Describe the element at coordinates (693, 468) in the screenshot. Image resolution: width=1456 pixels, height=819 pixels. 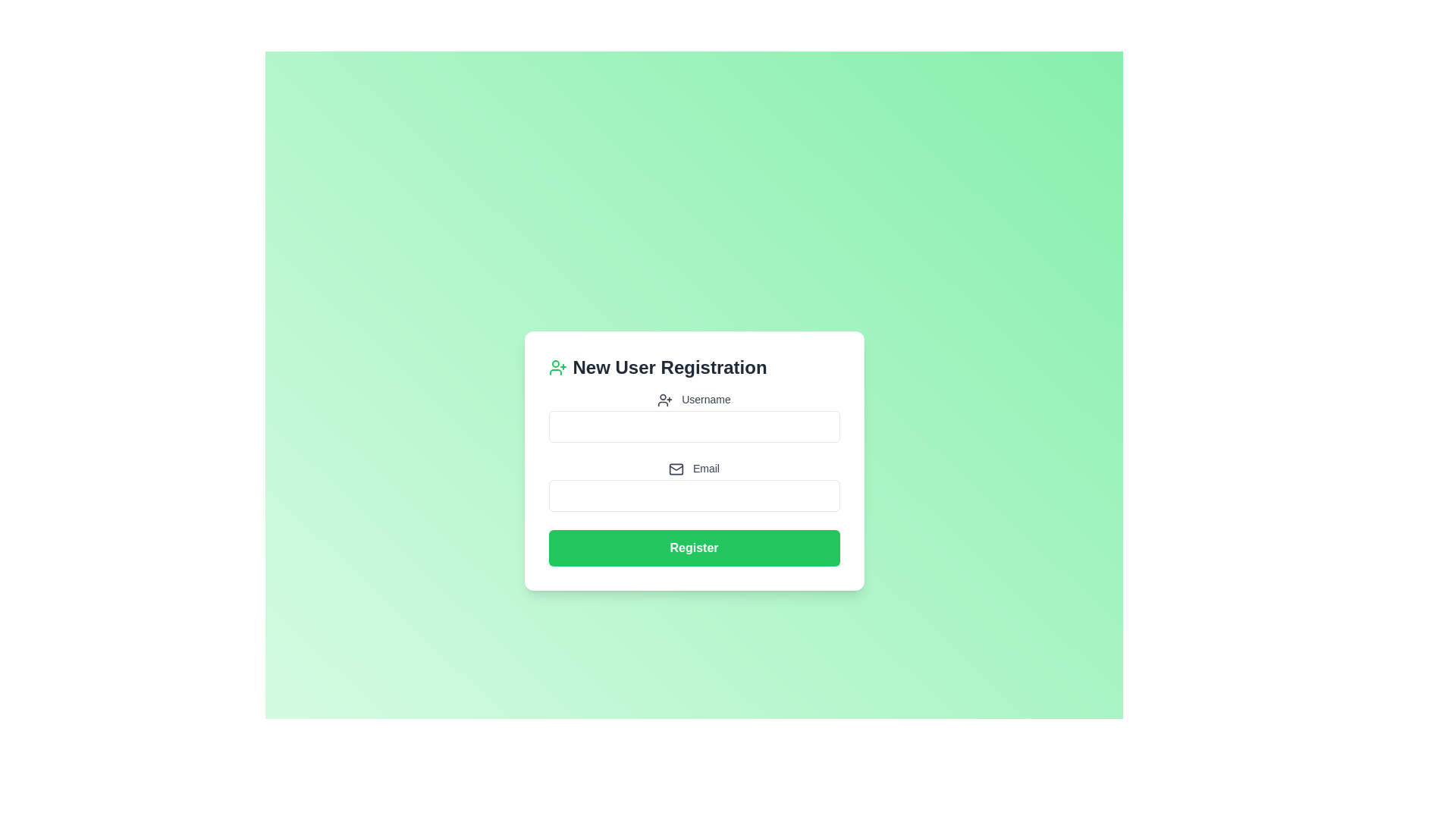
I see `the 'Email' label, which is a bold text label with an envelope icon on its left side, positioned above the email input field in the middle section of the form` at that location.